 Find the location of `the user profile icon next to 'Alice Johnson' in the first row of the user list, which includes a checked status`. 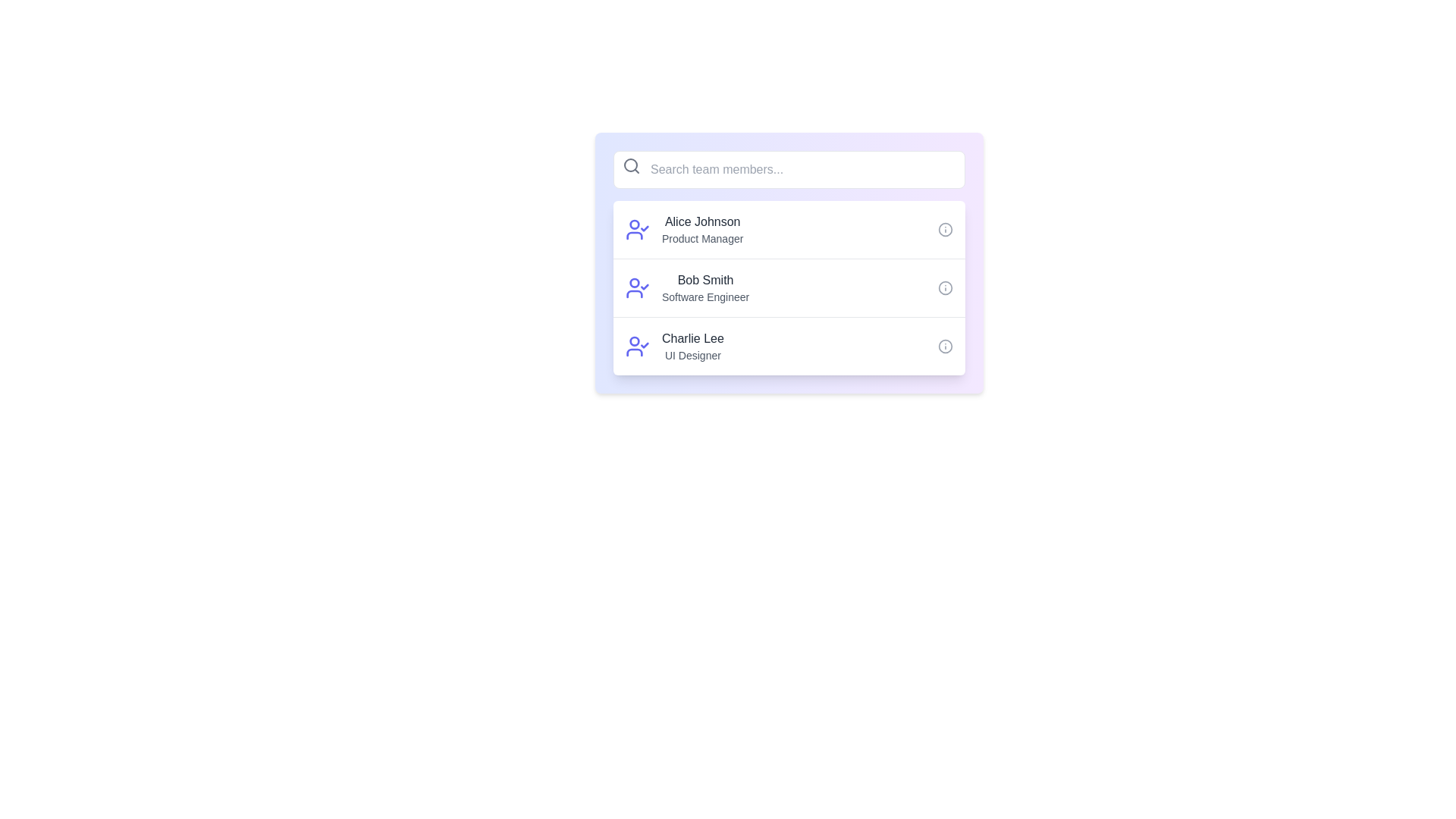

the user profile icon next to 'Alice Johnson' in the first row of the user list, which includes a checked status is located at coordinates (634, 236).